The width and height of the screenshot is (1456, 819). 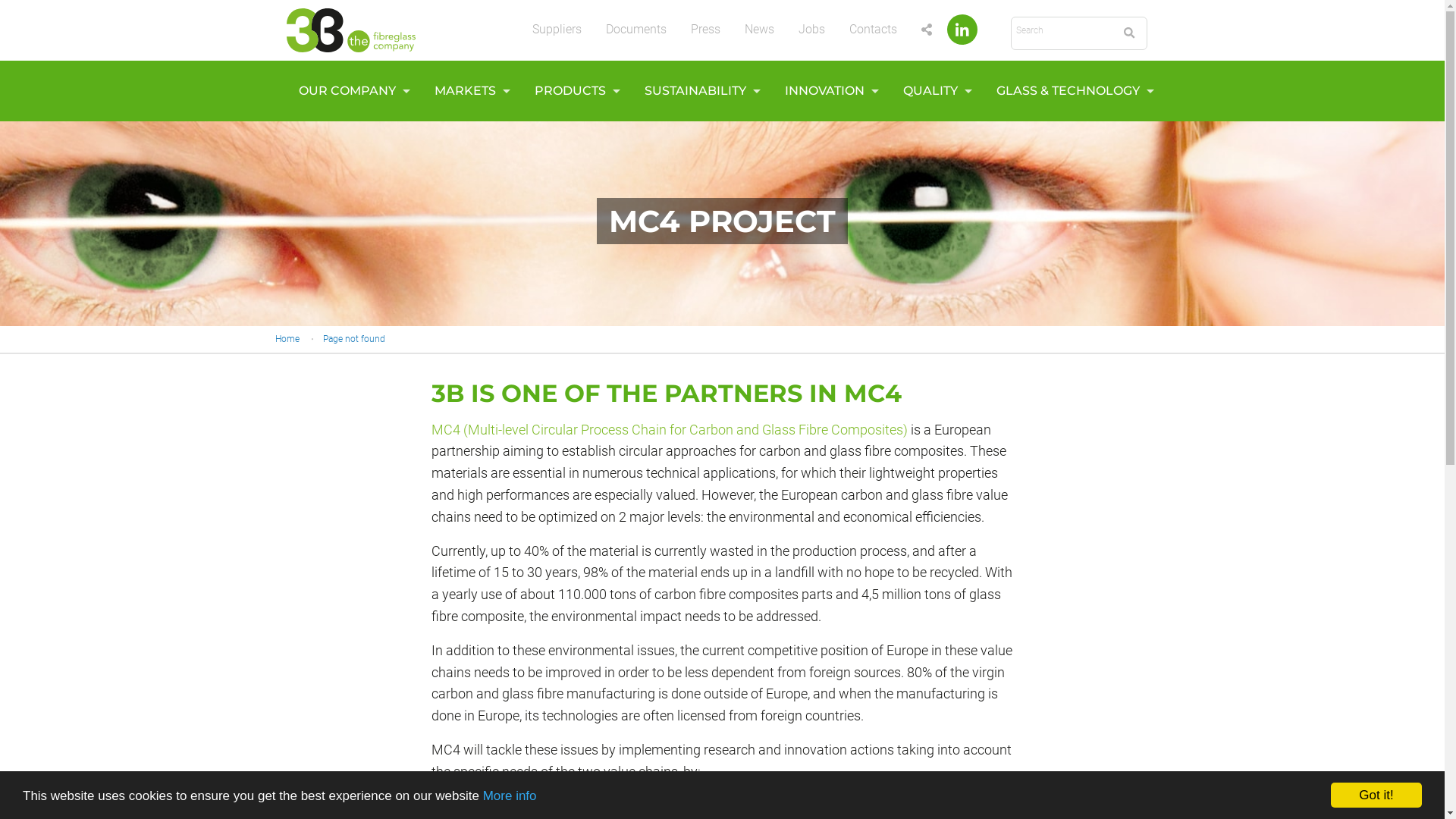 I want to click on 'GLASS & TECHNOLOGY', so click(x=984, y=90).